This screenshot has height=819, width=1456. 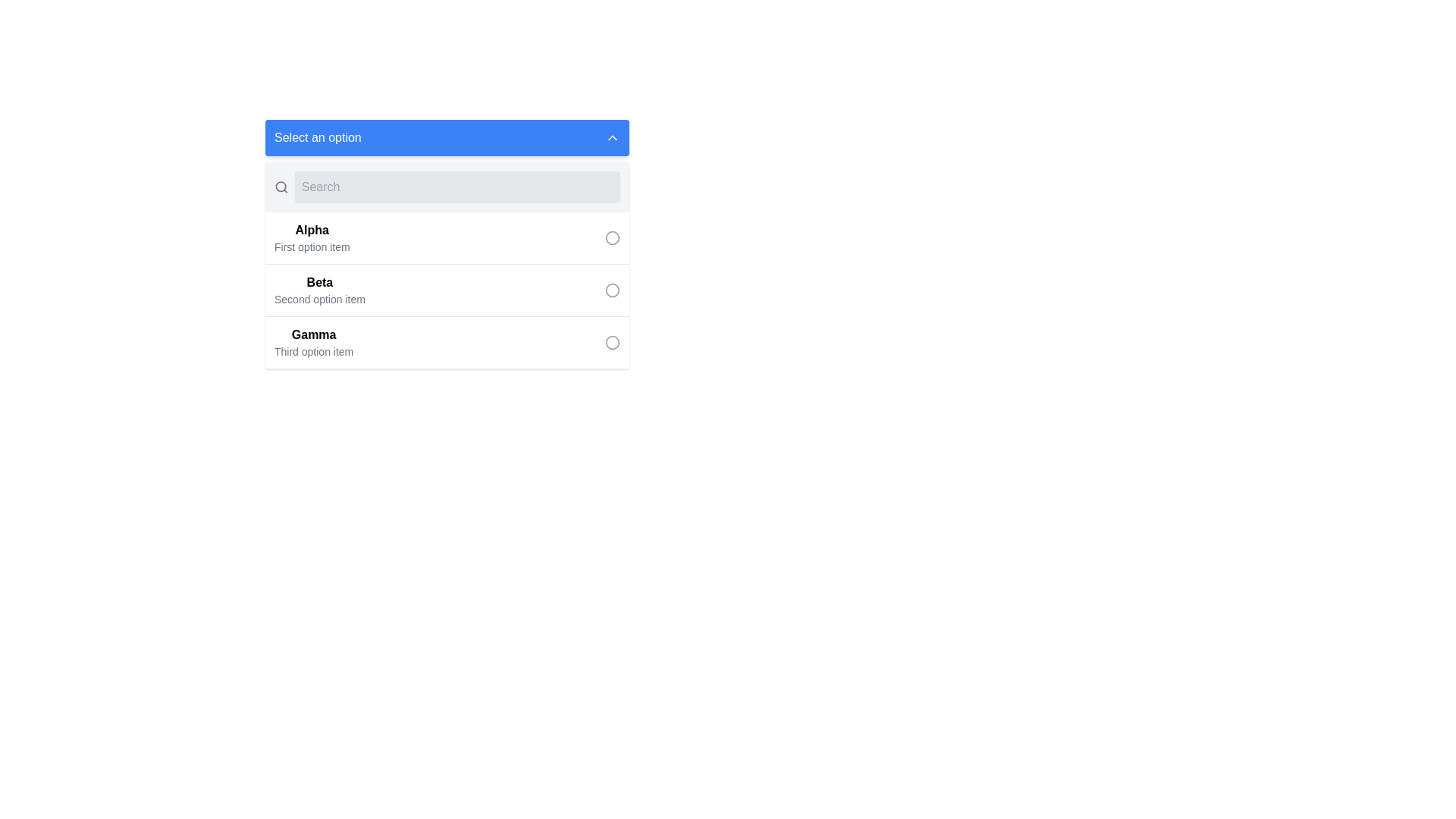 What do you see at coordinates (281, 186) in the screenshot?
I see `the SVG Circle element that represents the circular part of a search icon, located to the left of the search text input area in the dropdown interface` at bounding box center [281, 186].